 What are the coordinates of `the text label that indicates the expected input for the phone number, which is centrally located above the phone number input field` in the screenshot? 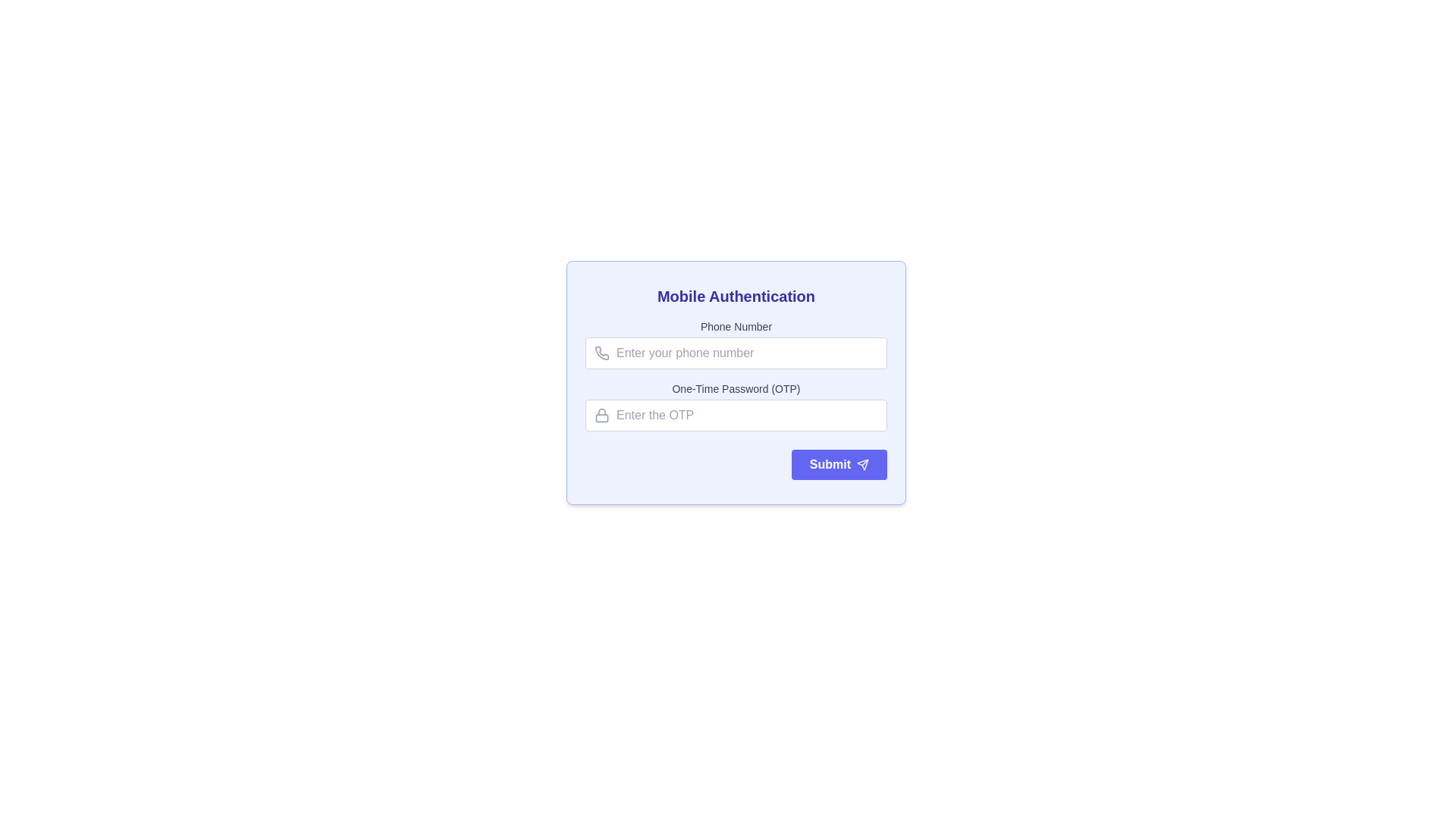 It's located at (736, 326).